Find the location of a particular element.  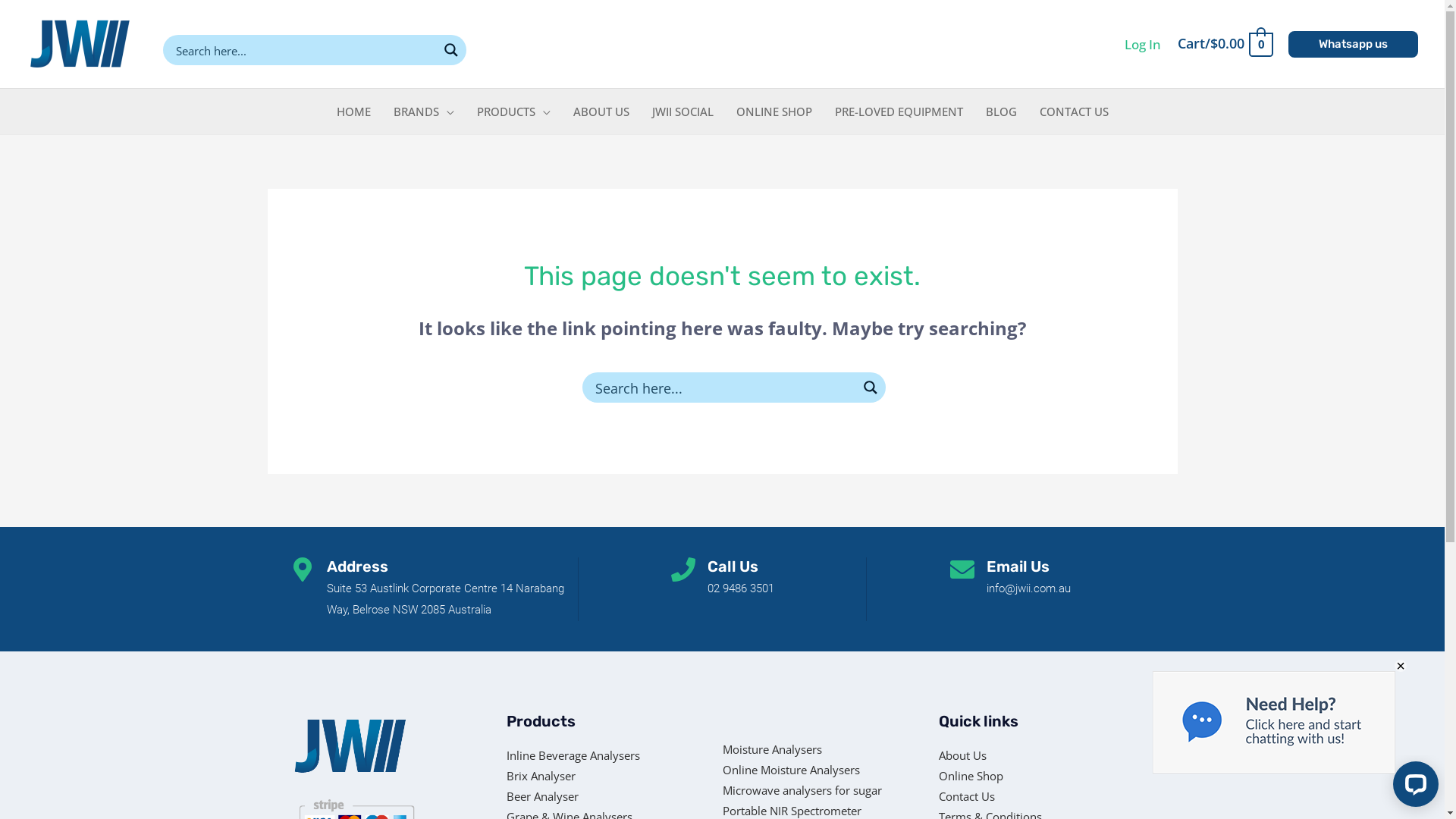

'BLOG' is located at coordinates (1000, 110).